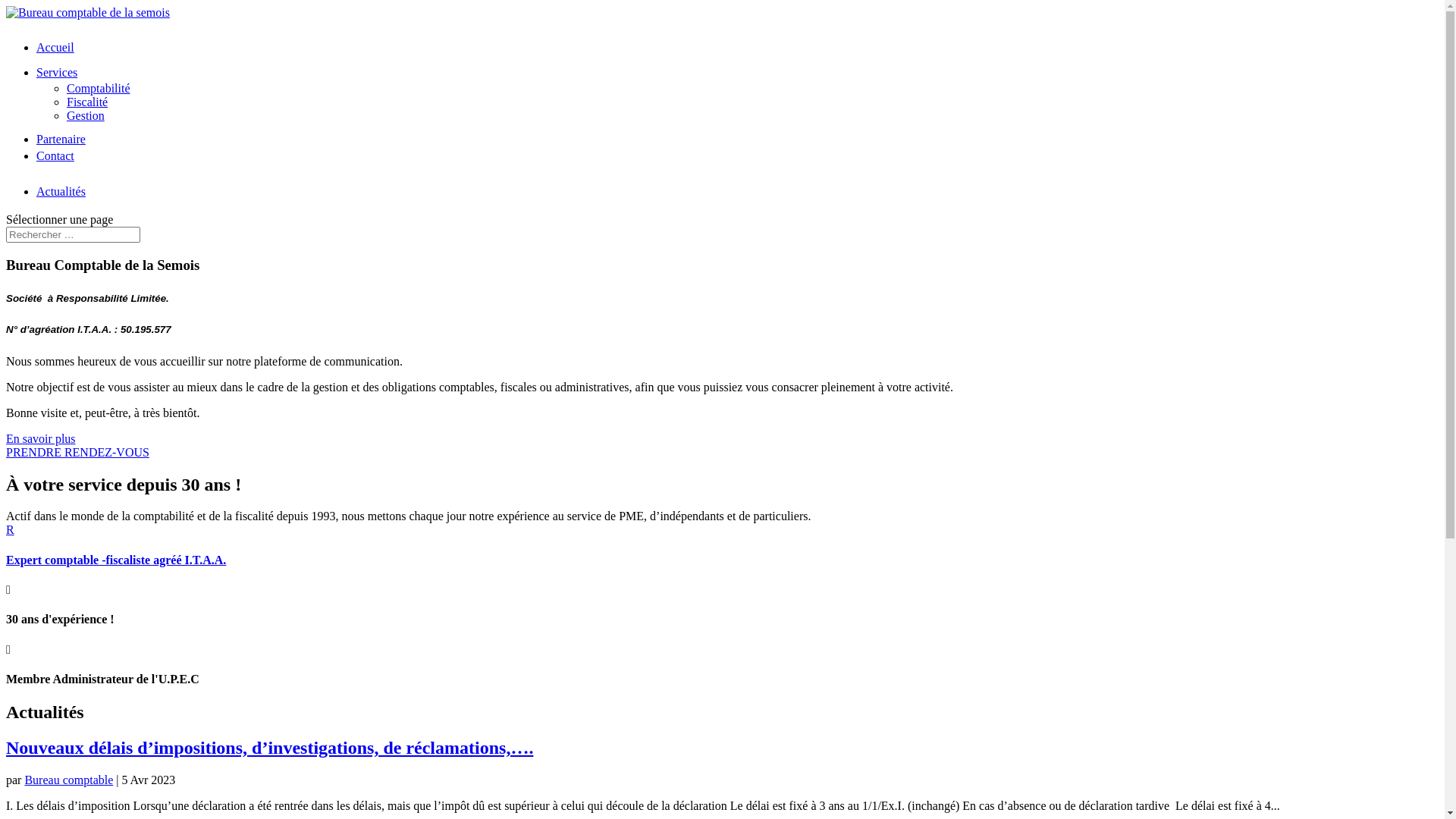 Image resolution: width=1456 pixels, height=819 pixels. What do you see at coordinates (55, 155) in the screenshot?
I see `'Contact'` at bounding box center [55, 155].